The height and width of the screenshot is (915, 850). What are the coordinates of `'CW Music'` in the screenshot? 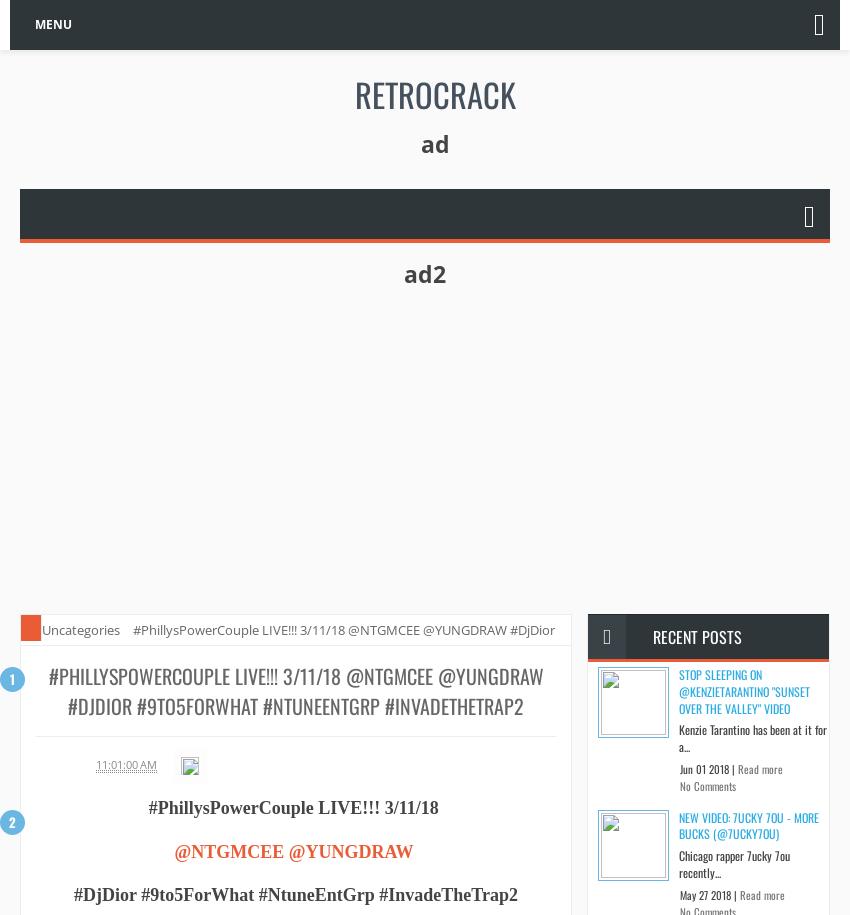 It's located at (61, 763).